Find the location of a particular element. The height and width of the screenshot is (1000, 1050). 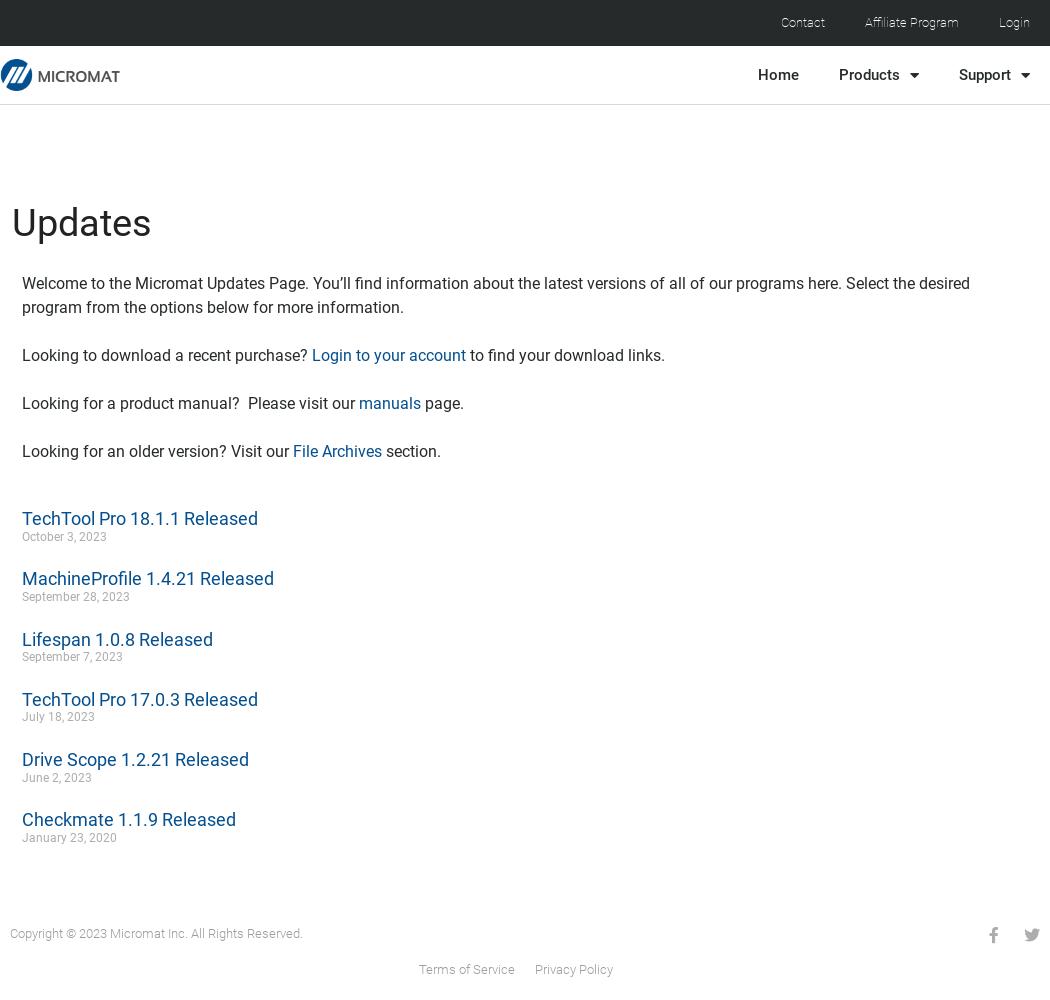

'Home' is located at coordinates (757, 74).